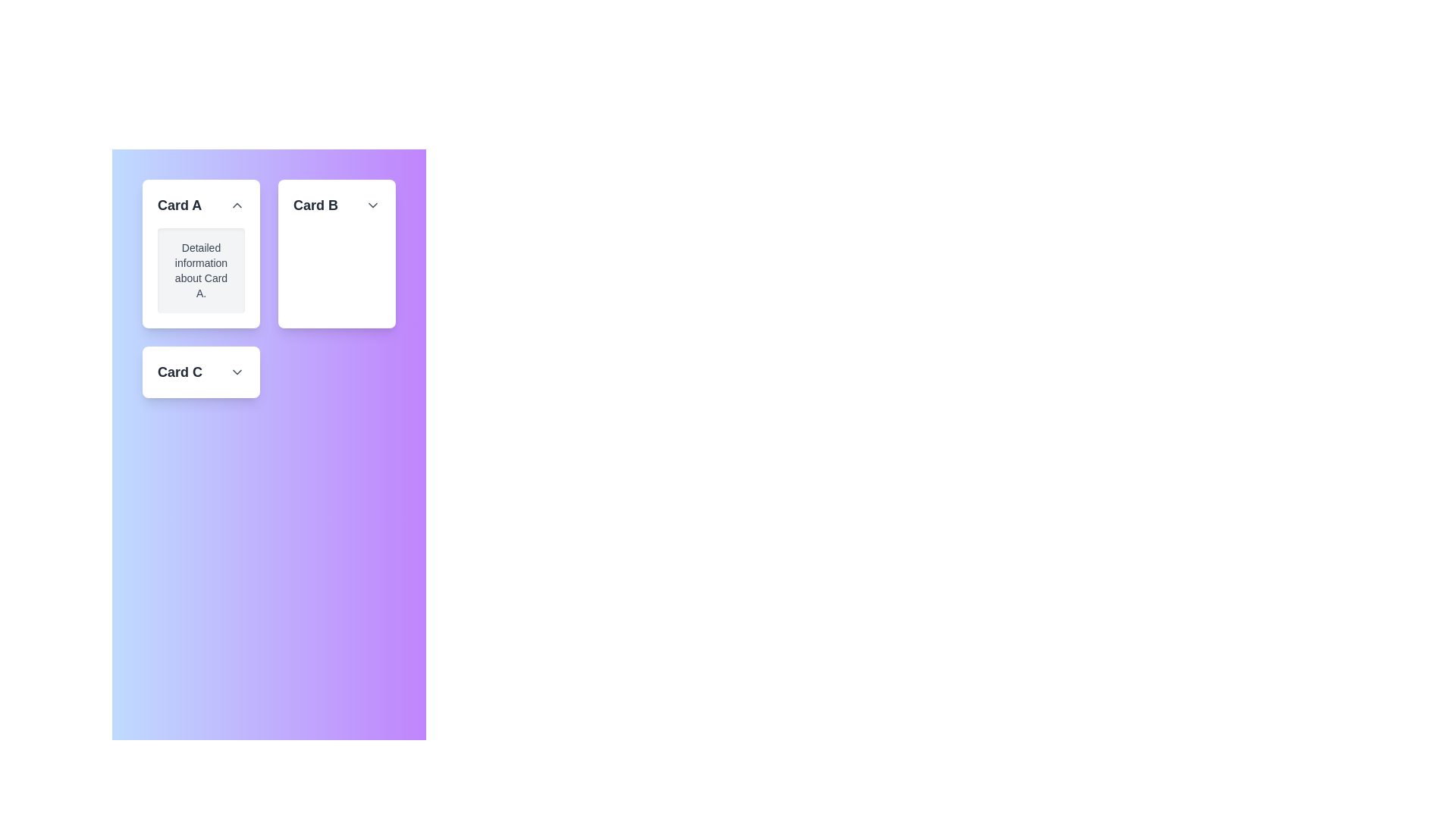  Describe the element at coordinates (200, 372) in the screenshot. I see `the Button-like interactive card for 'Card C' located in the grid layout, positioned below 'Card A' and to the left of 'Card B'` at that location.